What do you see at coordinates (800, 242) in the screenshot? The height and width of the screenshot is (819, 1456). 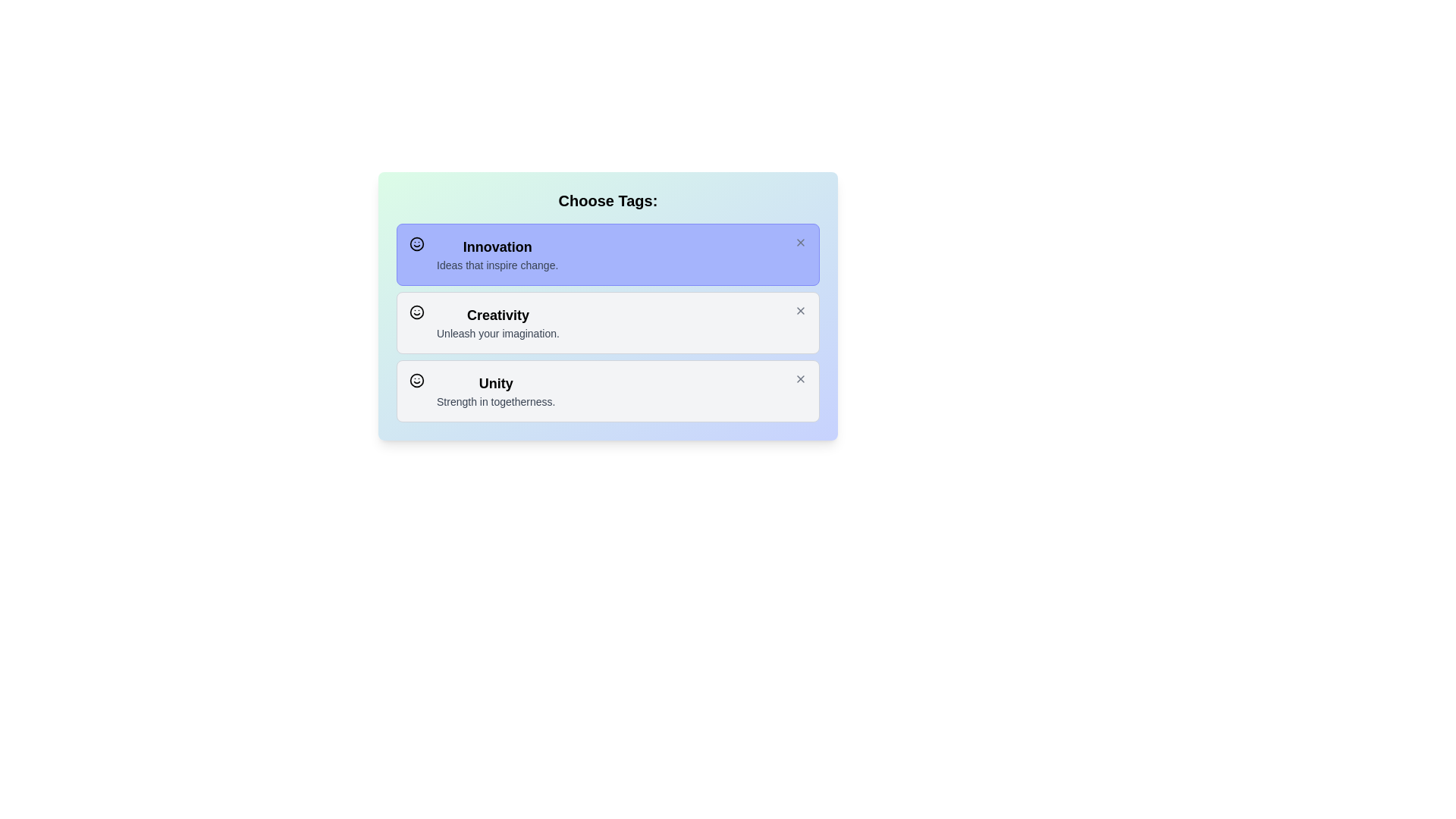 I see `close button of the theme card identified by Innovation` at bounding box center [800, 242].